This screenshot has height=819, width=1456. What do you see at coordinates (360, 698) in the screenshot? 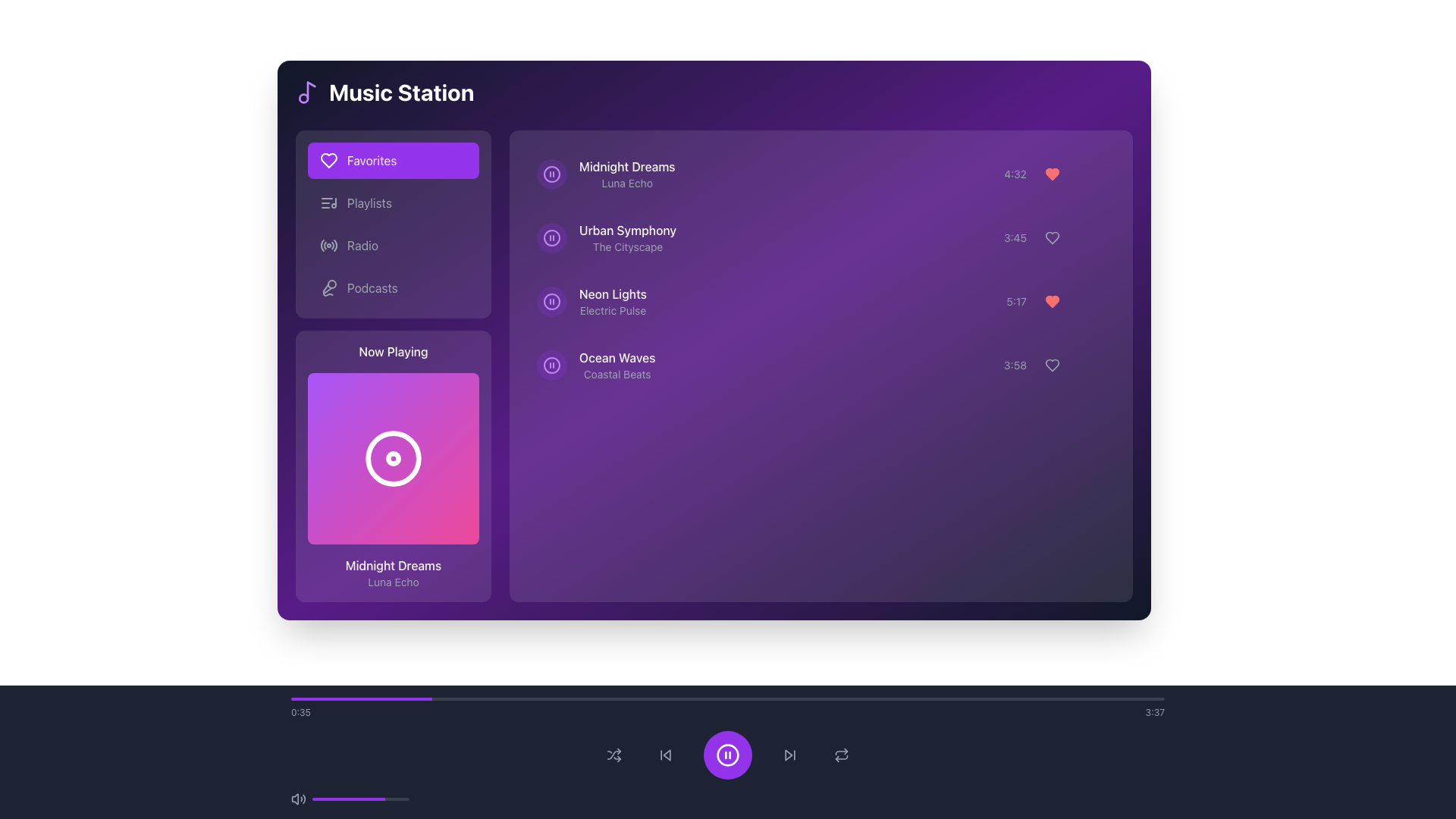
I see `the Progress Bar Segment that visually represents the current state of playback progress in the media player interface` at bounding box center [360, 698].